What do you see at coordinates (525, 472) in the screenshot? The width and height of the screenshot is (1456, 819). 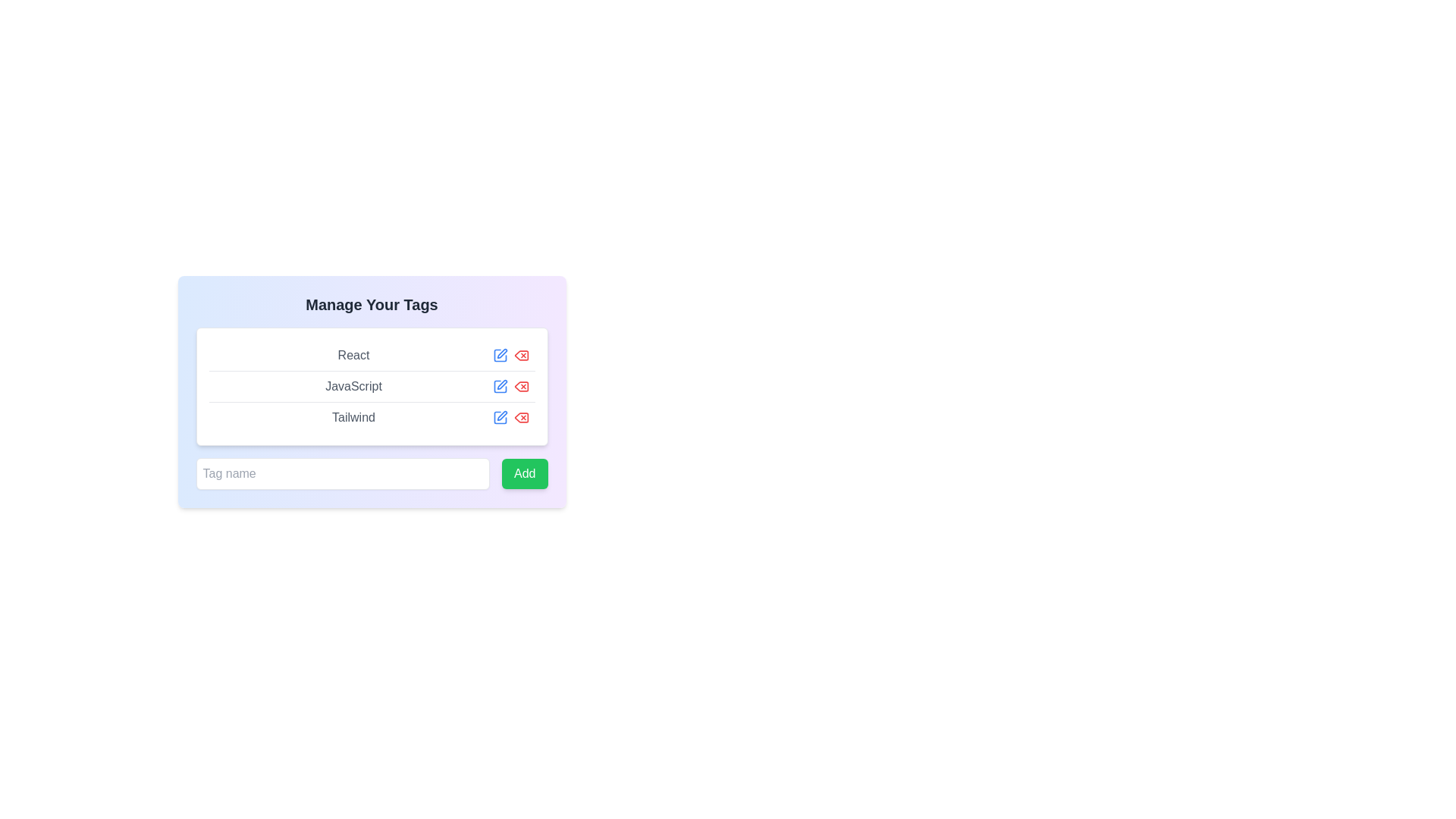 I see `the submit button located to the right of the 'Tag name' input field to visualize the hover effect` at bounding box center [525, 472].